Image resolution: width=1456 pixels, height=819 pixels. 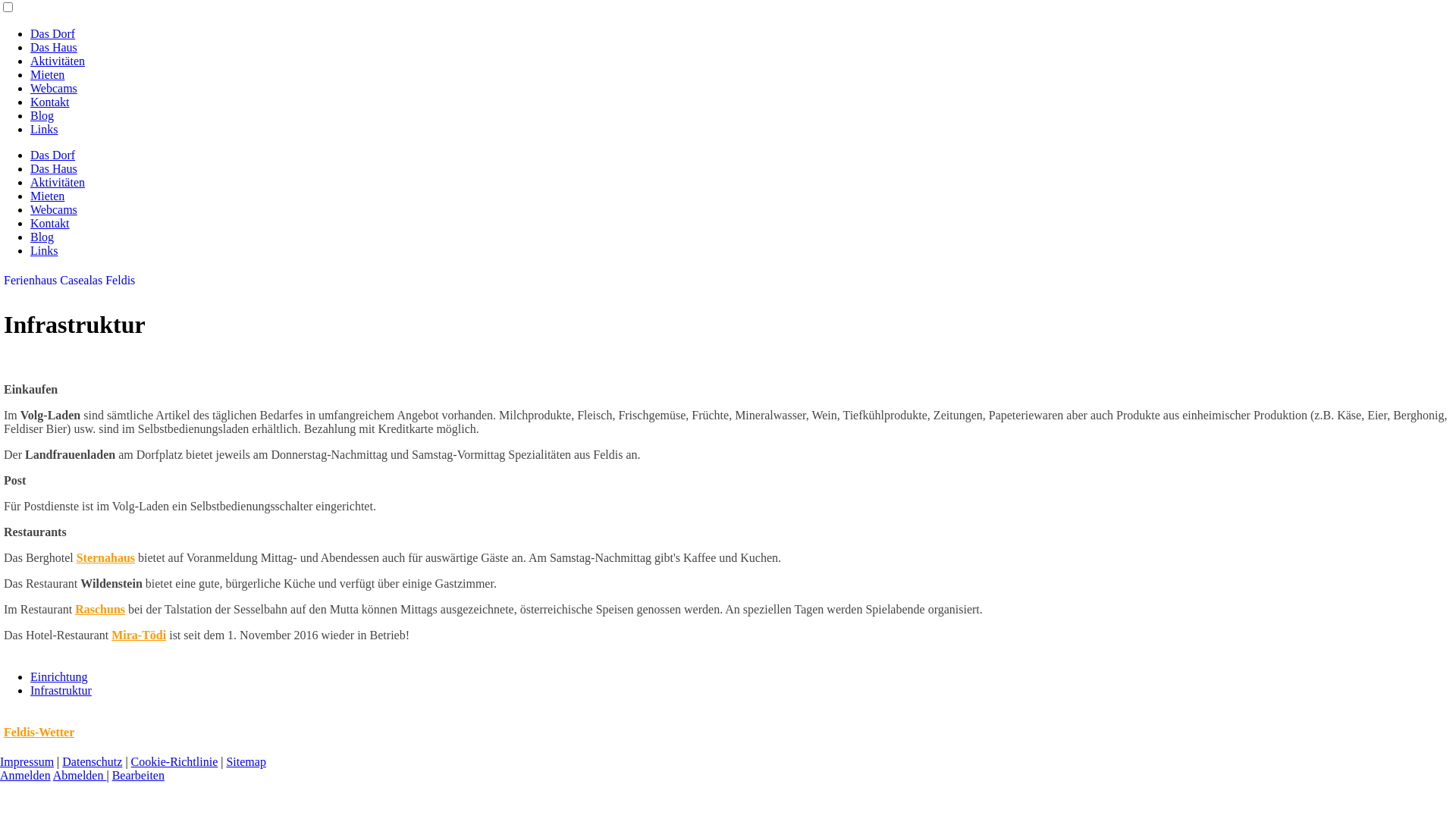 I want to click on 'Mieten', so click(x=47, y=74).